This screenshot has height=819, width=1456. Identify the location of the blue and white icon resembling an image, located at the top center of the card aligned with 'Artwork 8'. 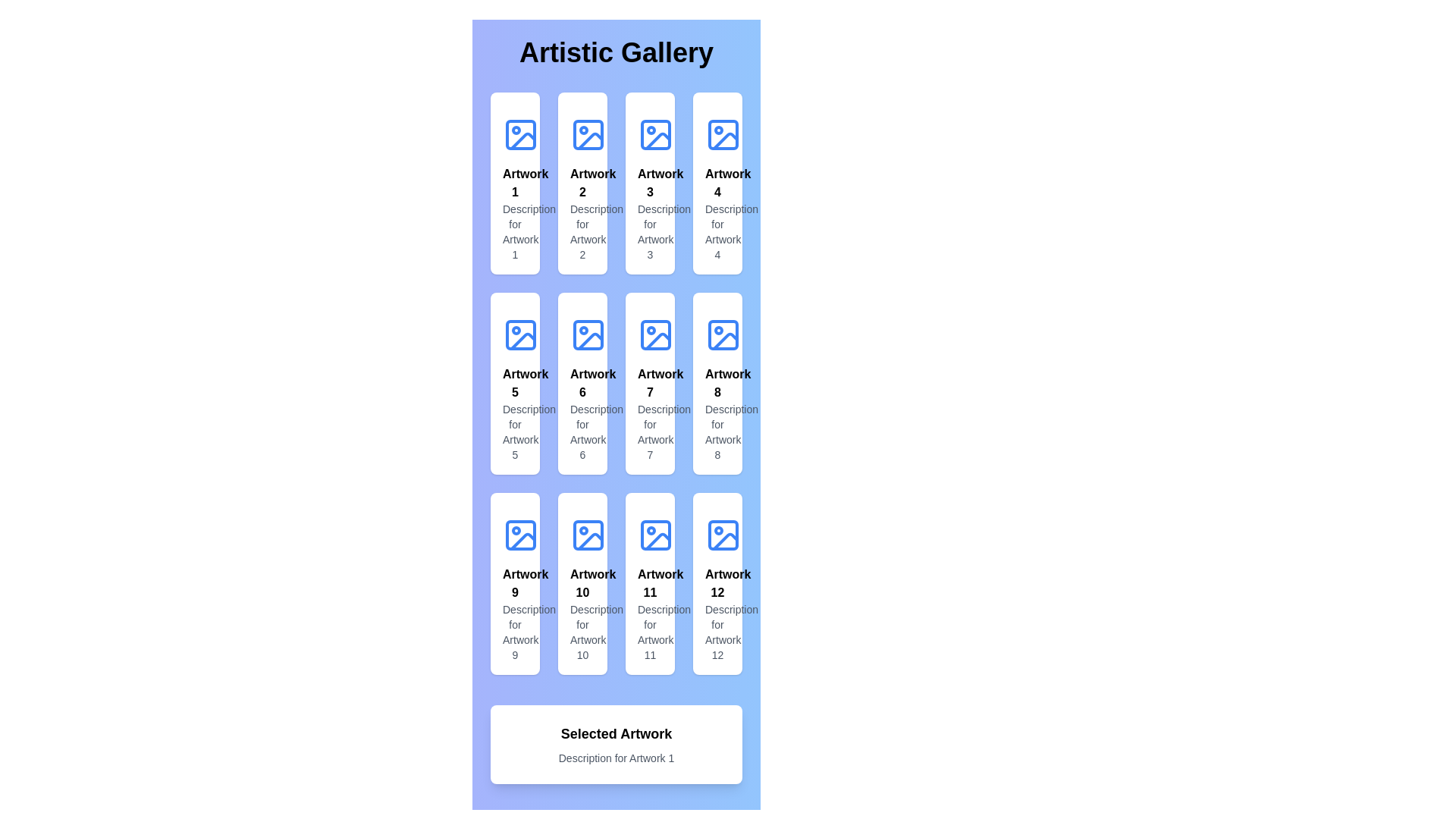
(723, 334).